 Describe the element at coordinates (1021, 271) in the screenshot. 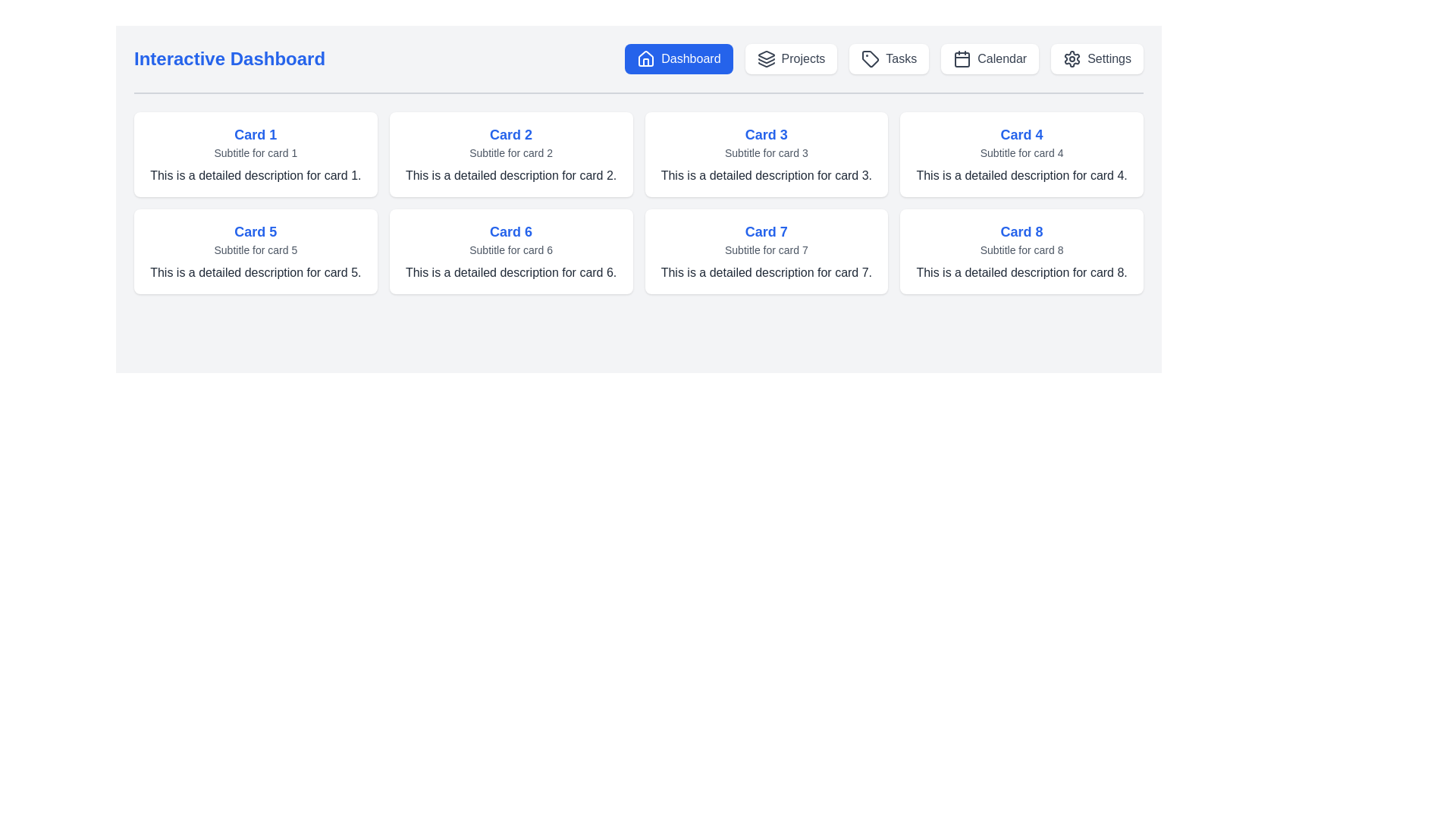

I see `the text label that provides detailed information about 'Card 8', positioned beneath 'Subtitle for card 8' in the second row, fourth column of the grid layout` at that location.